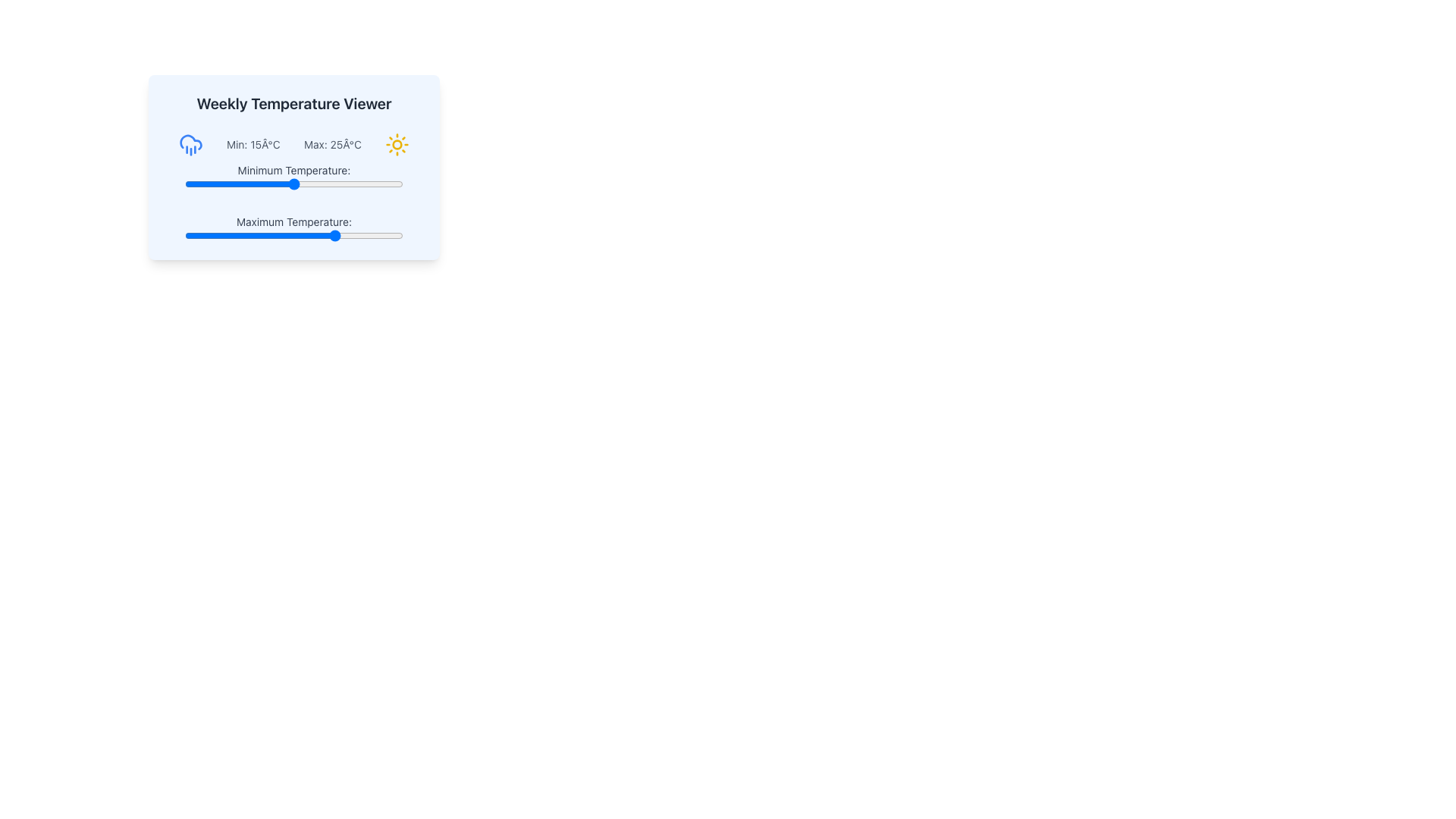 The image size is (1456, 819). Describe the element at coordinates (232, 184) in the screenshot. I see `the minimum temperature` at that location.